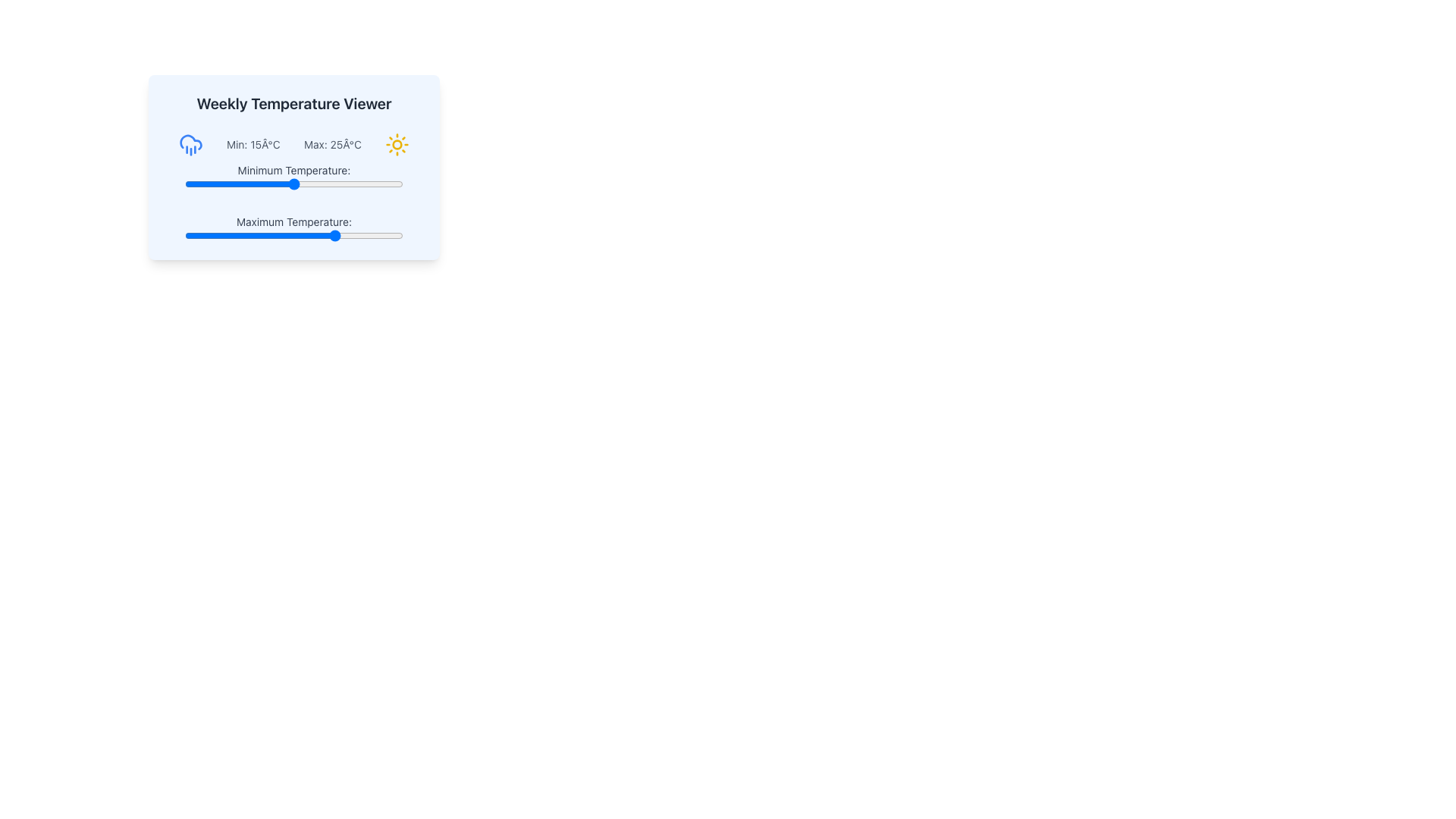 The image size is (1456, 819). Describe the element at coordinates (232, 184) in the screenshot. I see `the minimum temperature` at that location.